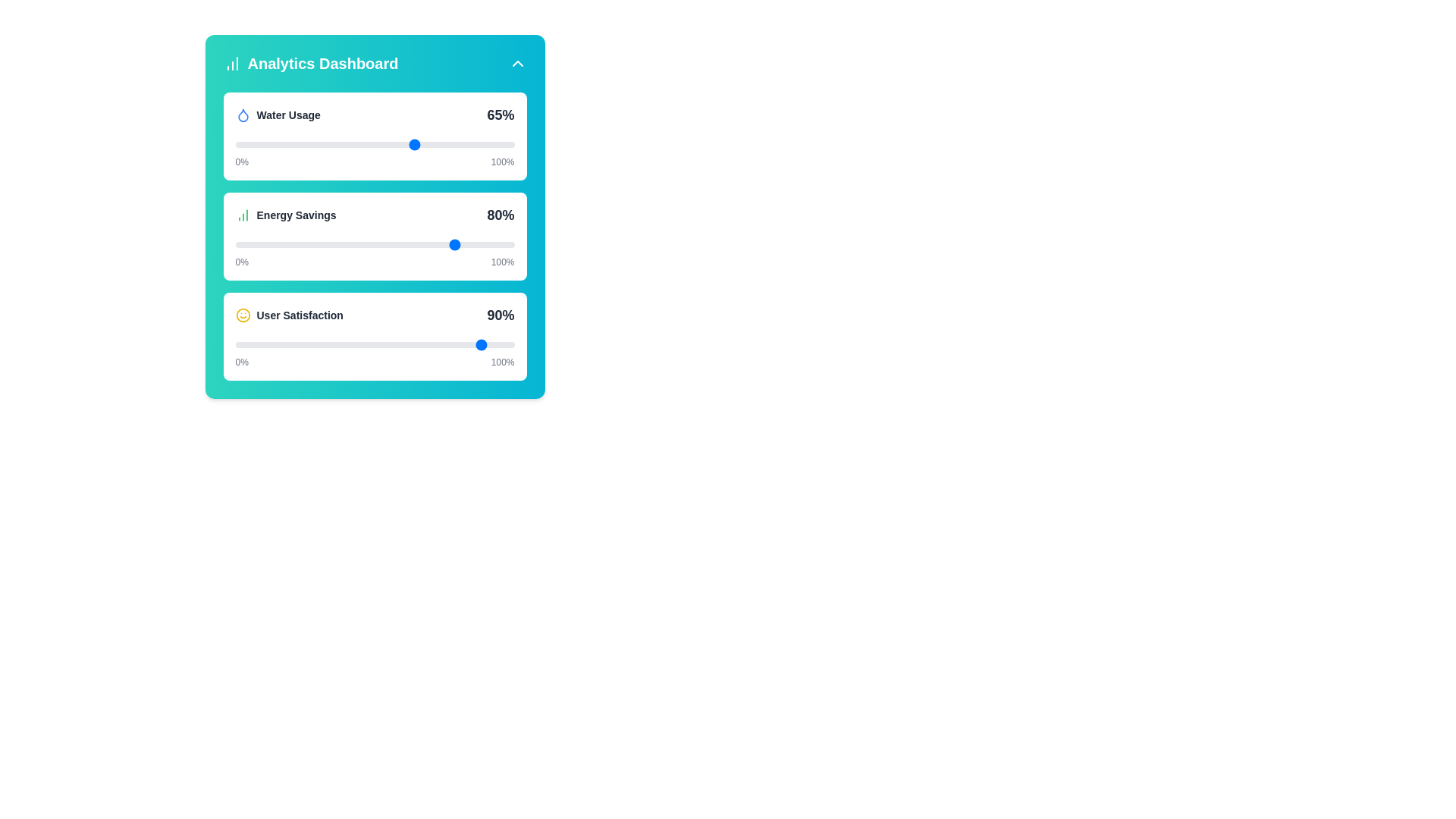 Image resolution: width=1456 pixels, height=819 pixels. I want to click on user satisfaction, so click(346, 345).